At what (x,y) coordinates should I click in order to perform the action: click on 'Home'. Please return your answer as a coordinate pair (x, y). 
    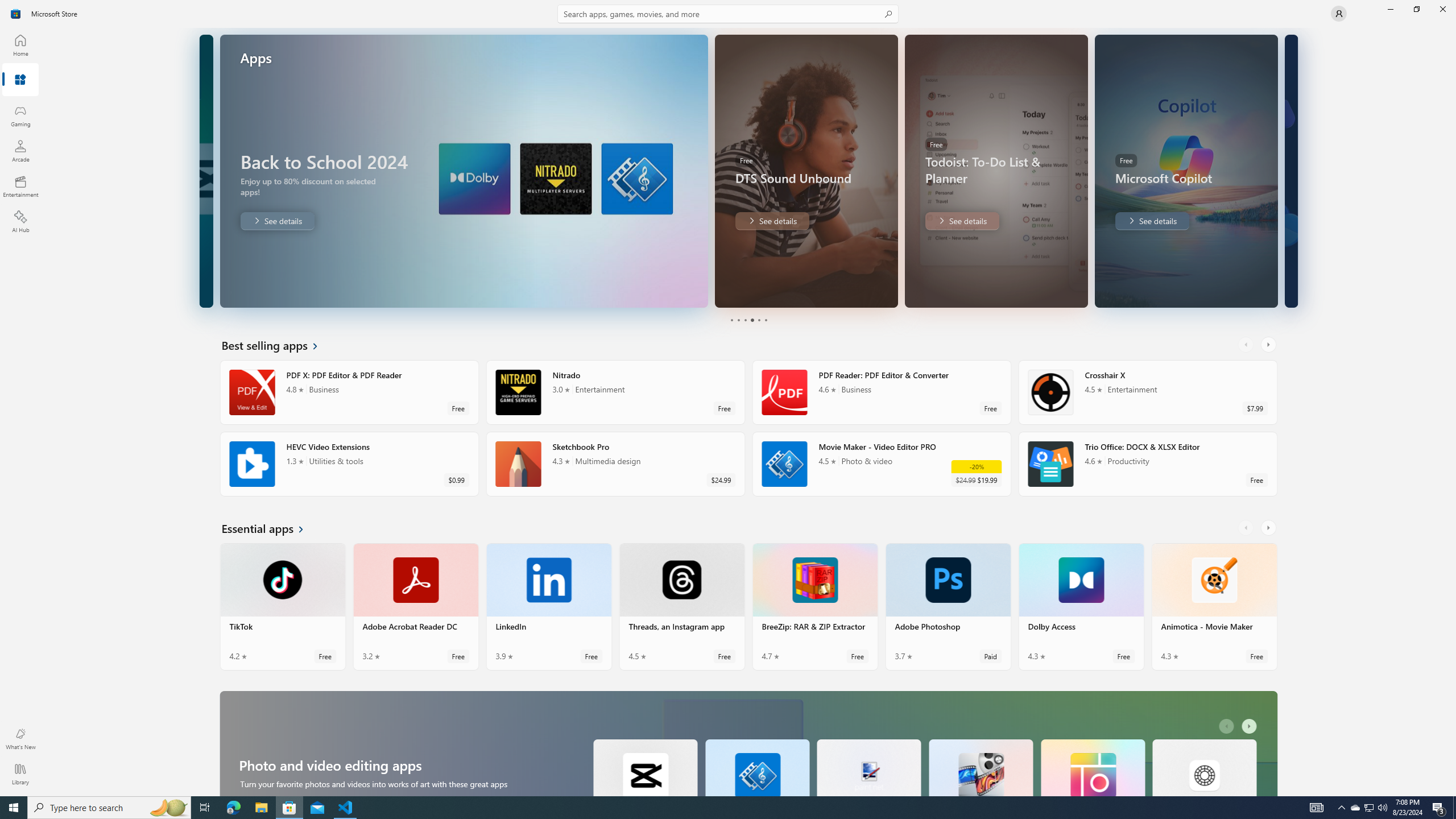
    Looking at the image, I should click on (19, 44).